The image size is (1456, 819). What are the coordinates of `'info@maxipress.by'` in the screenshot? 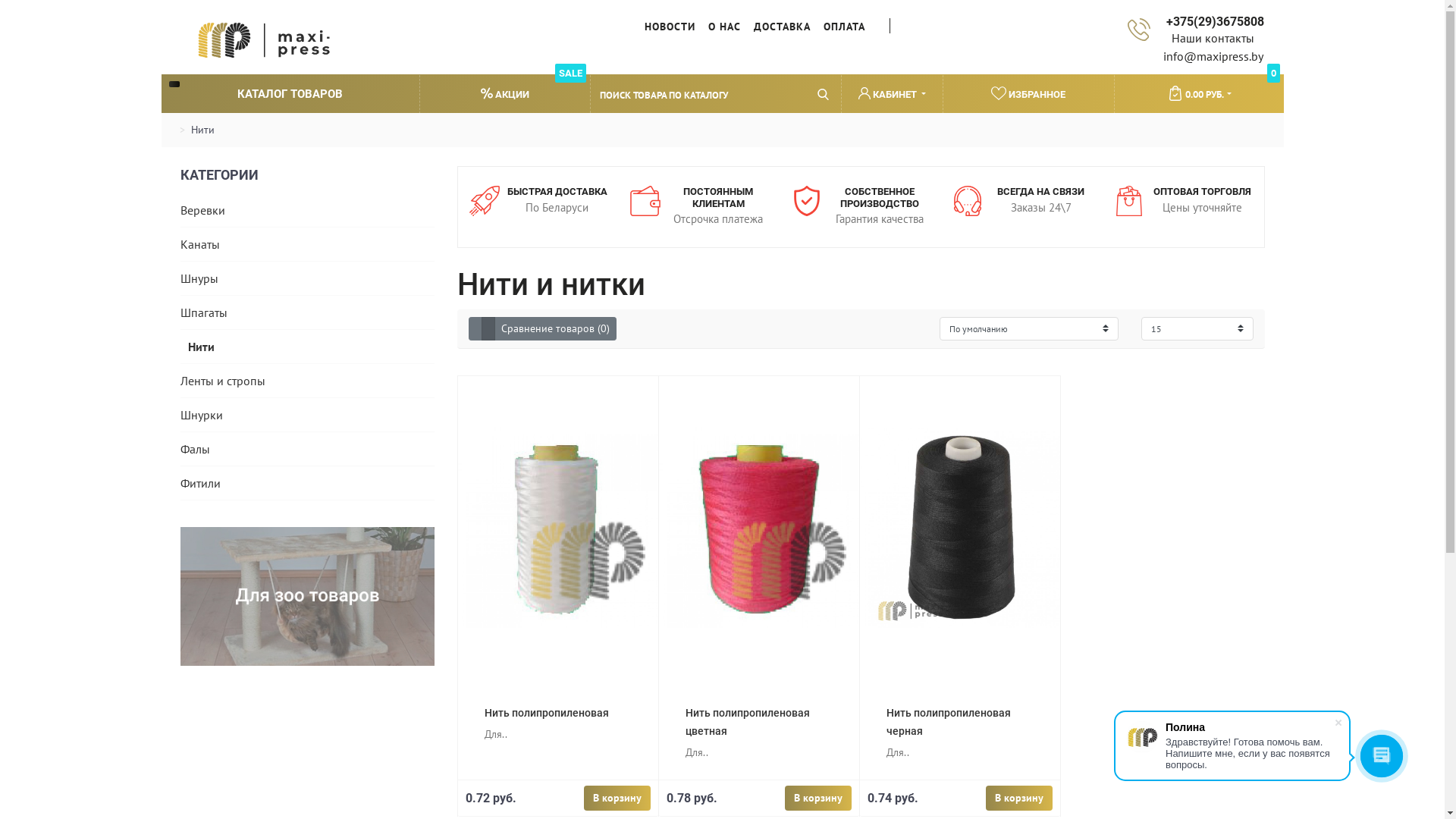 It's located at (1212, 55).